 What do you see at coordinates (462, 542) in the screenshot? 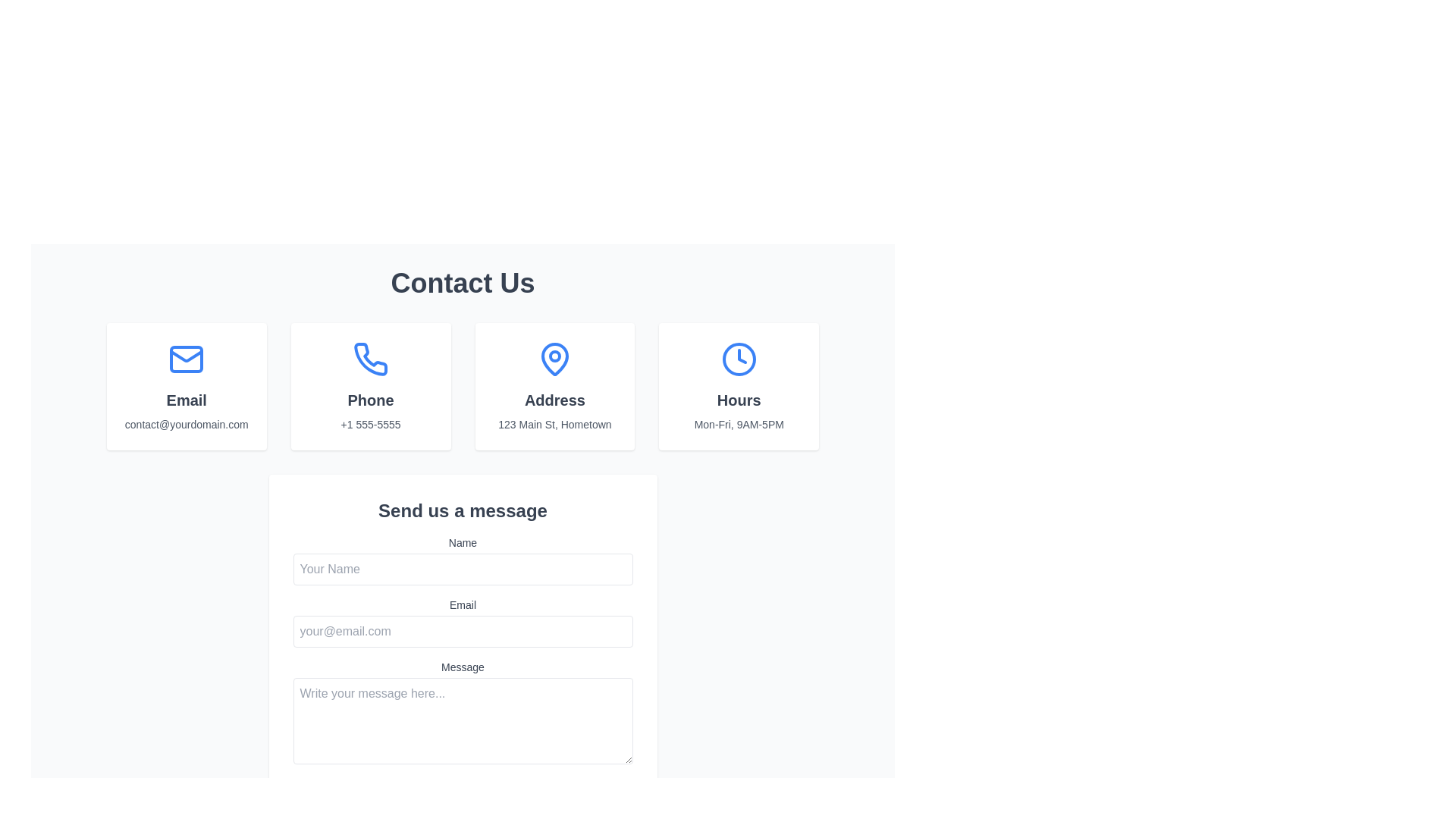
I see `the label indicating the purpose of the adjacent text input field for entering a name, located above the input field in the 'Send us a message' form` at bounding box center [462, 542].